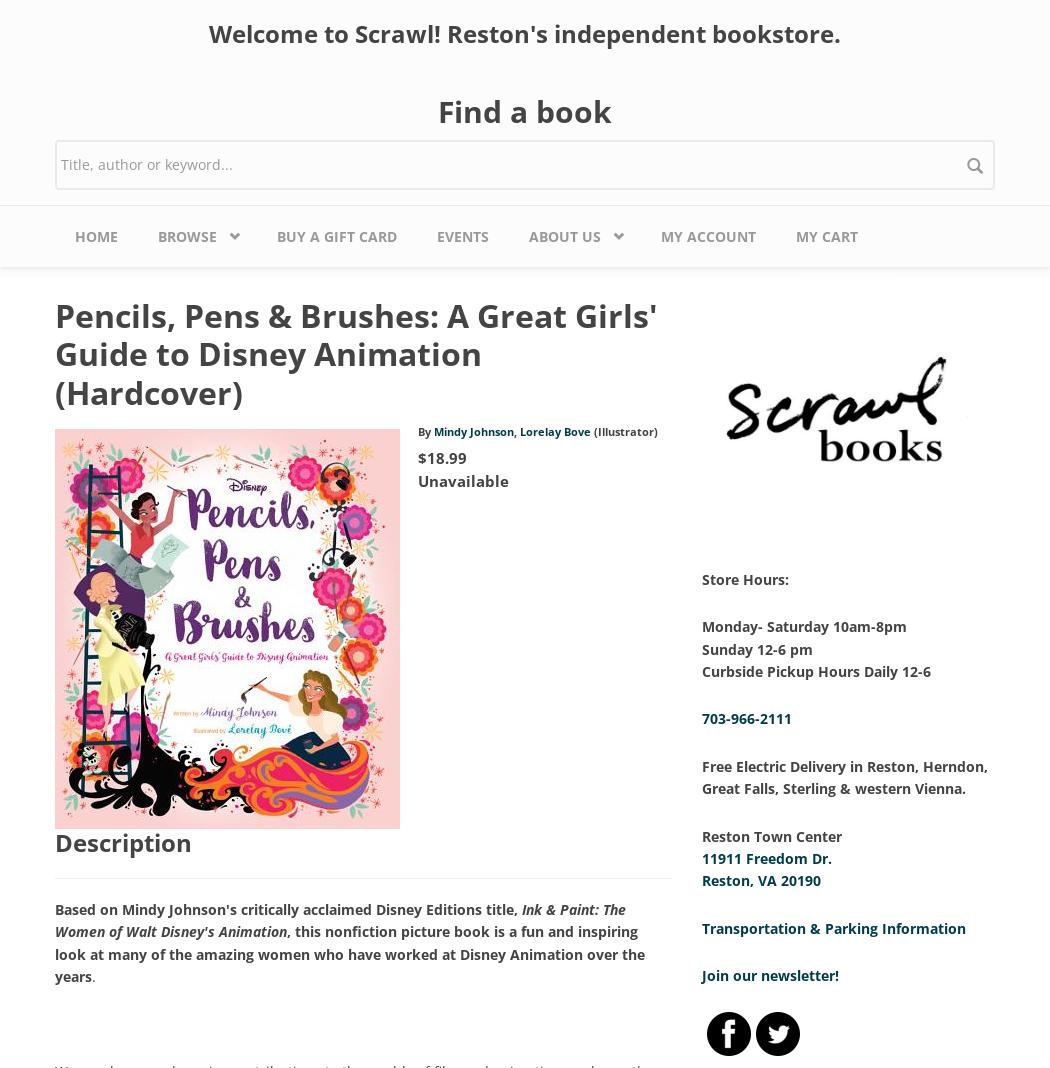  Describe the element at coordinates (525, 32) in the screenshot. I see `'Welcome to Scrawl! Reston's independent bookstore.'` at that location.